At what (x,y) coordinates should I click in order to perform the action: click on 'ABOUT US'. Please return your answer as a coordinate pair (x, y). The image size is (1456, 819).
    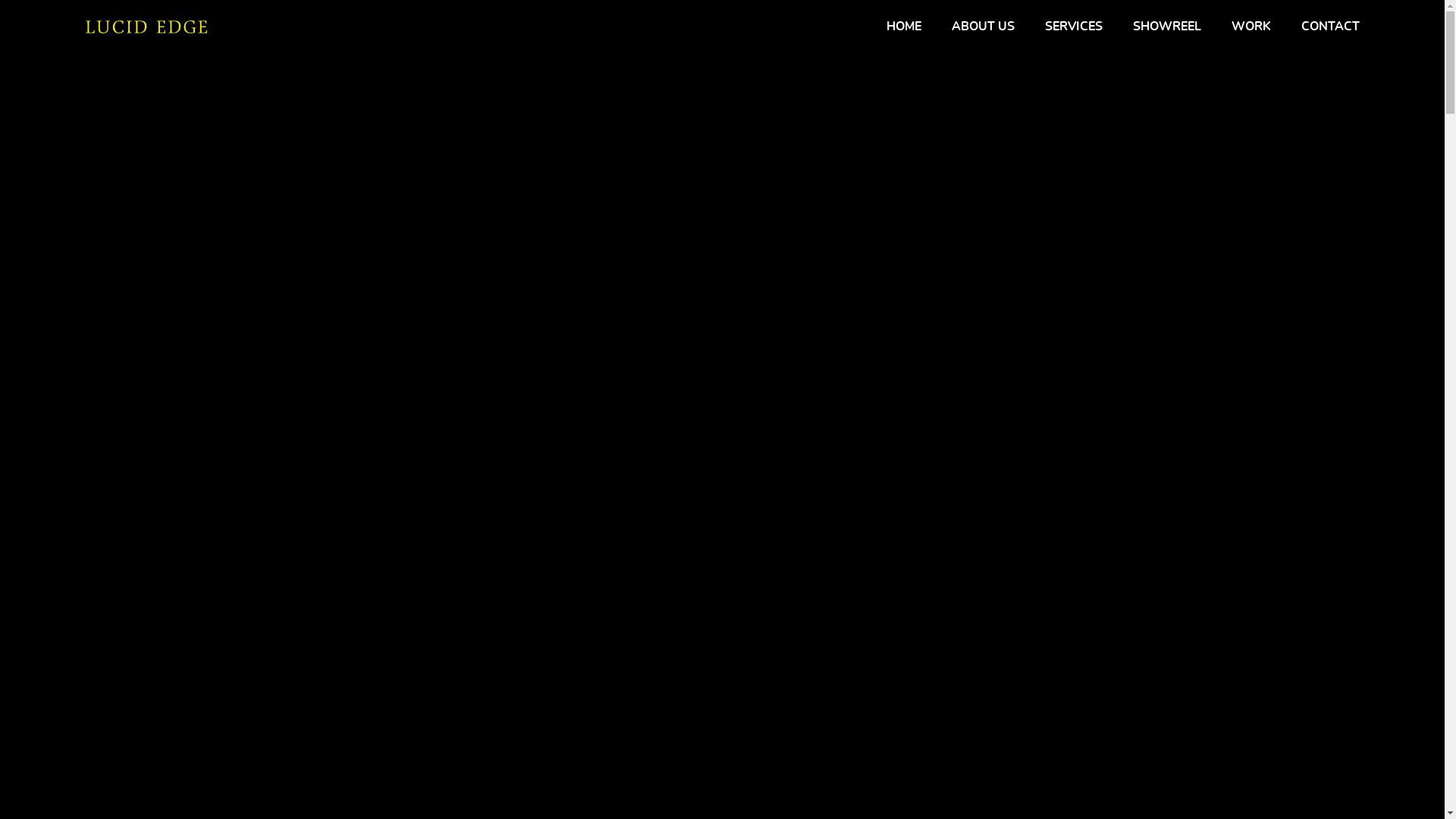
    Looking at the image, I should click on (982, 27).